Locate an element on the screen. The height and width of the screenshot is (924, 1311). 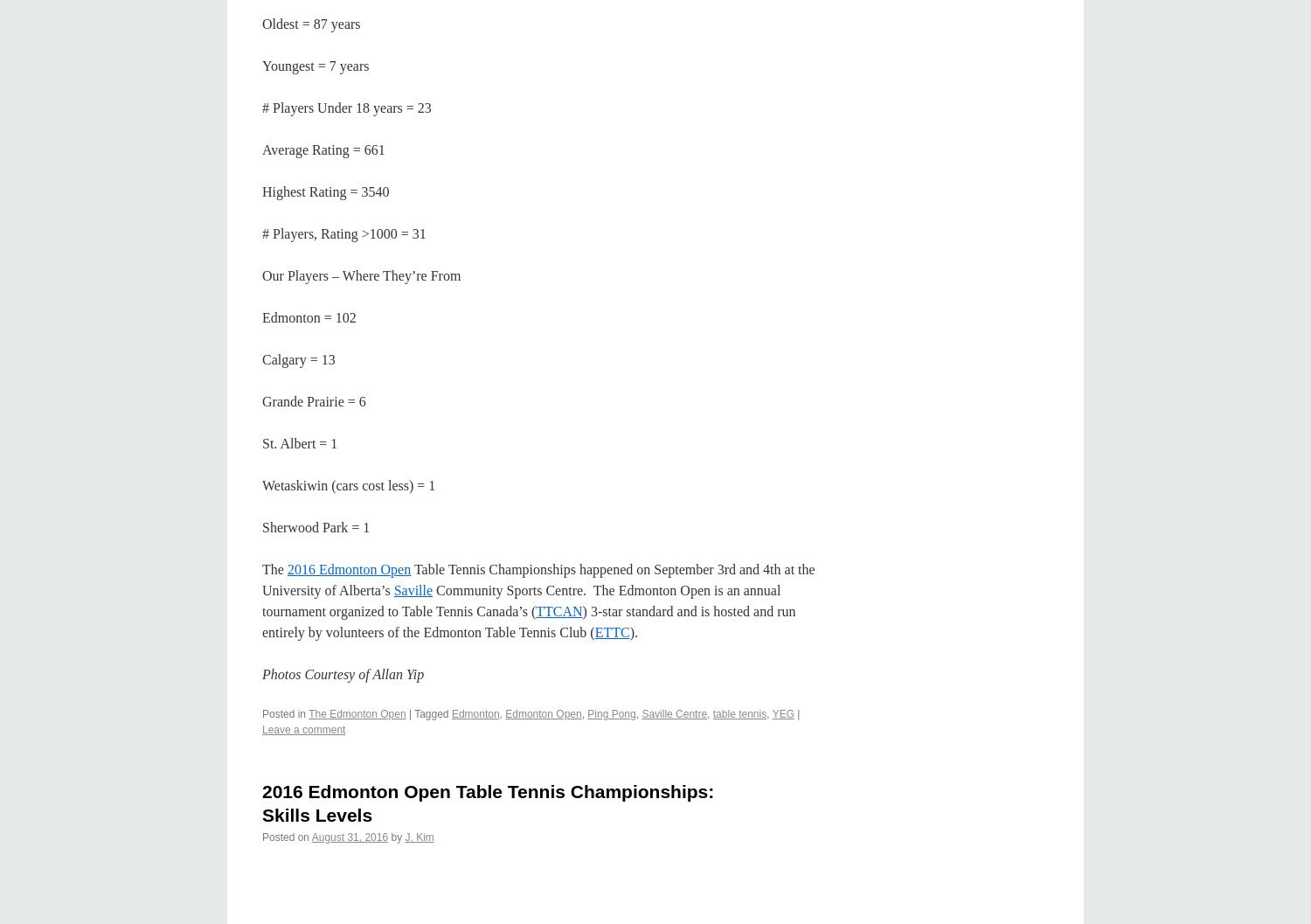
'Grande Prairie = 6' is located at coordinates (312, 400).